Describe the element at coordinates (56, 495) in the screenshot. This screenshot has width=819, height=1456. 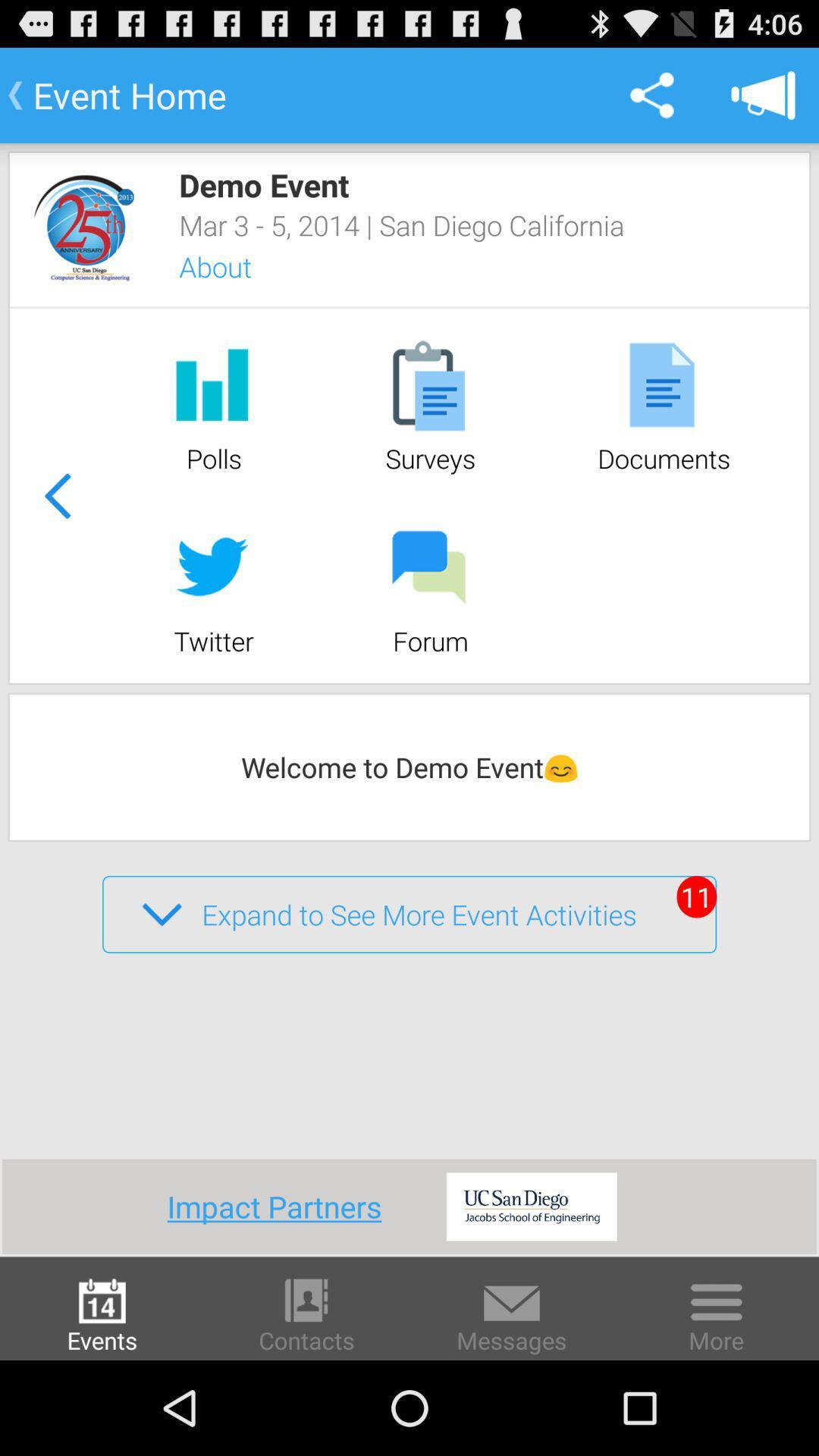
I see `go back` at that location.